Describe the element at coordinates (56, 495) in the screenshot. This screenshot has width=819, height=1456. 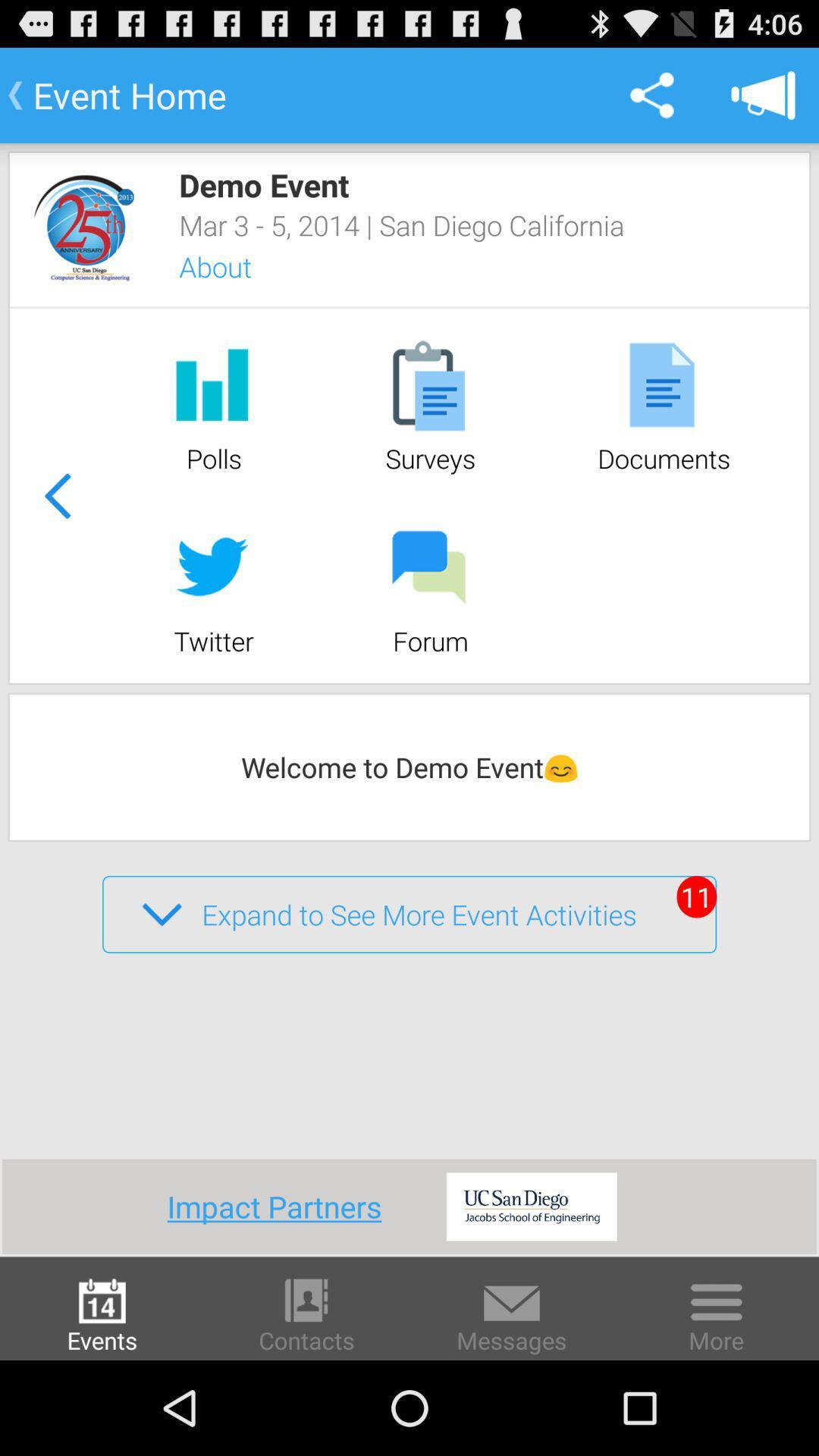
I see `go back` at that location.